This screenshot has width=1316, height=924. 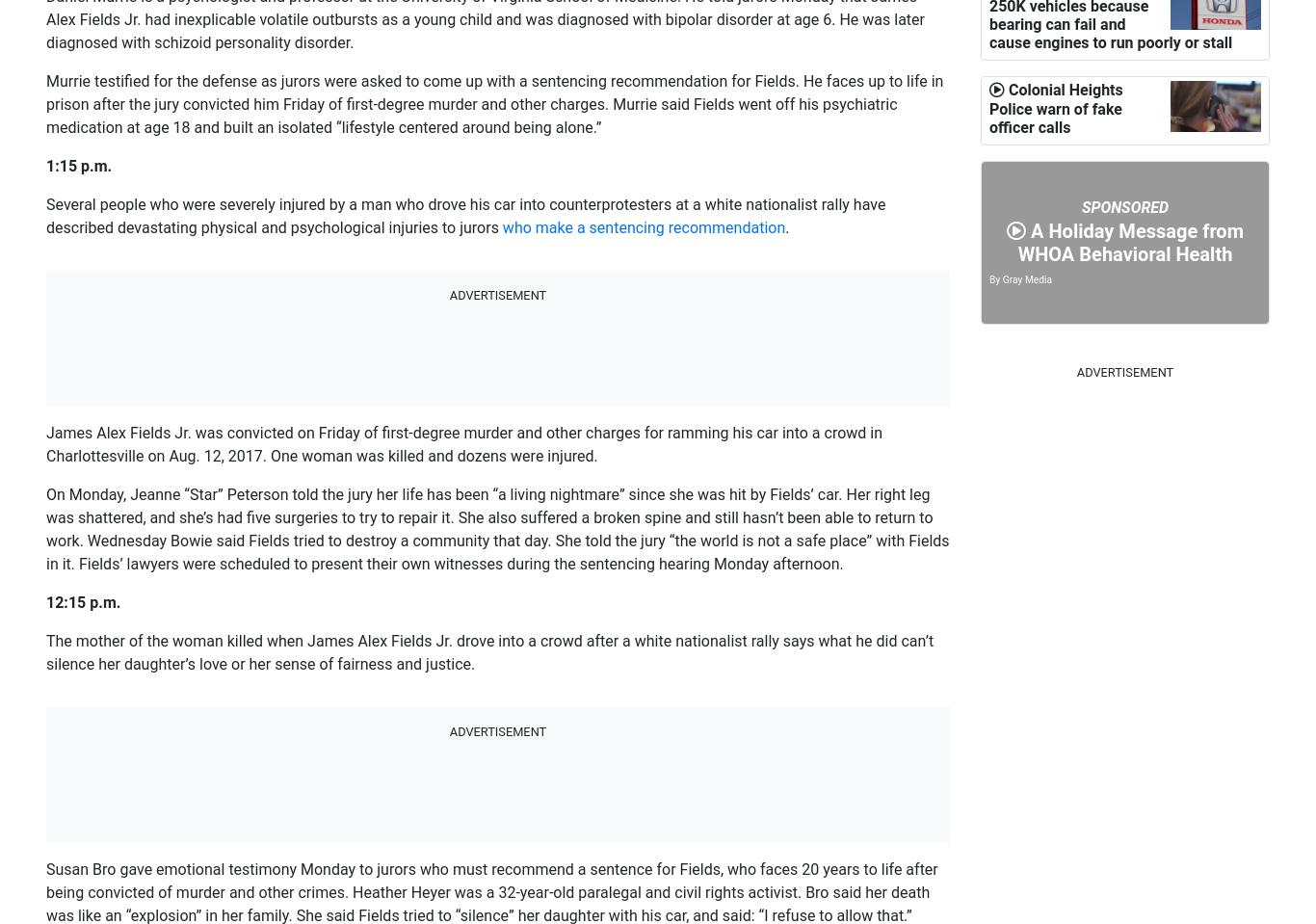 What do you see at coordinates (465, 216) in the screenshot?
I see `'Several people who were severely injured by a man who drove his car into counterprotesters at a white nationalist rally have described devastating physical and psychological injuries to jurors'` at bounding box center [465, 216].